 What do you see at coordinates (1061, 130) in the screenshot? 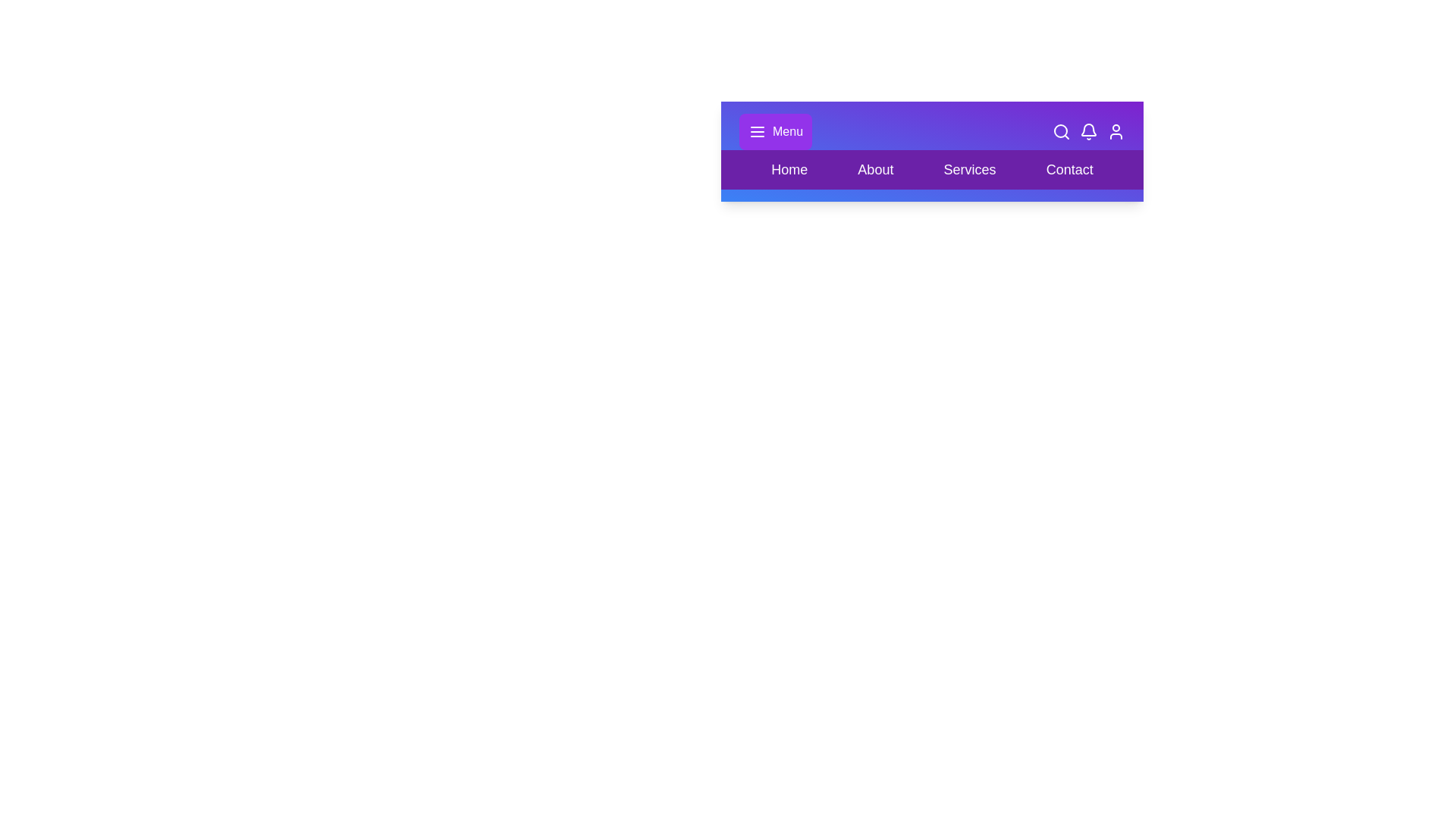
I see `the 'Search' icon to initiate a search action` at bounding box center [1061, 130].